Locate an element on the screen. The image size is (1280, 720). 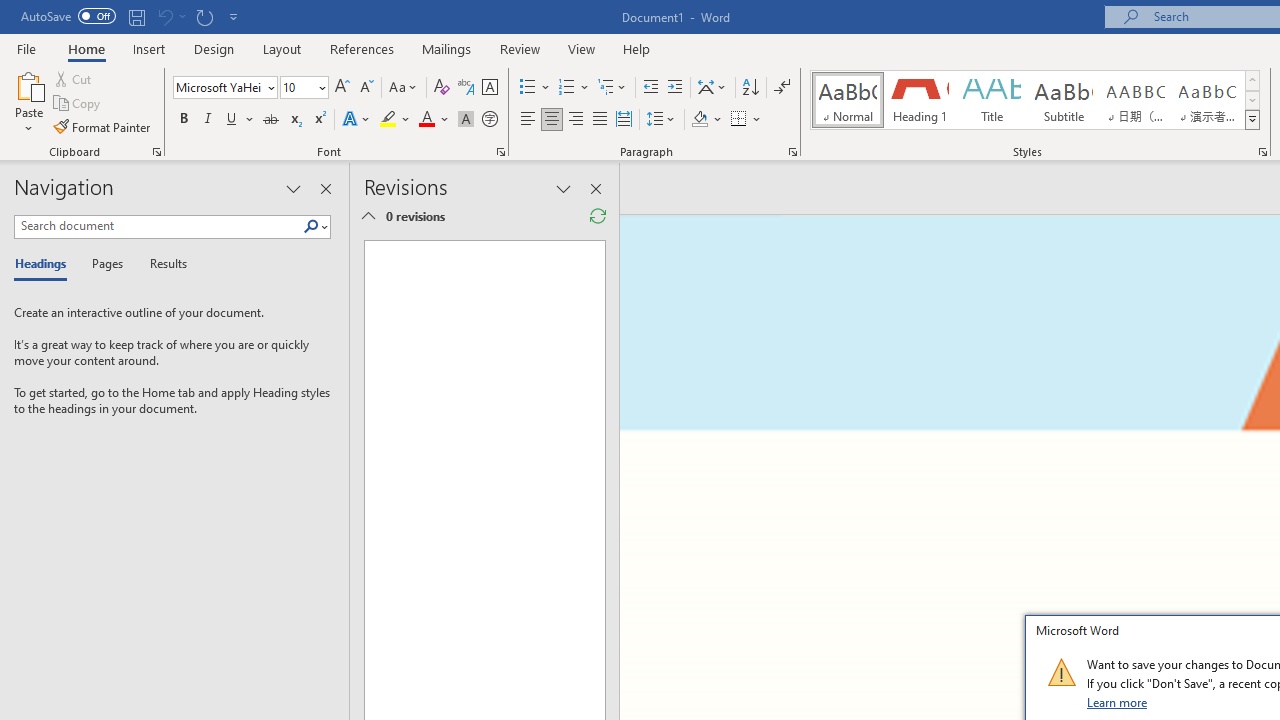
'Repeat Doc Close' is located at coordinates (204, 16).